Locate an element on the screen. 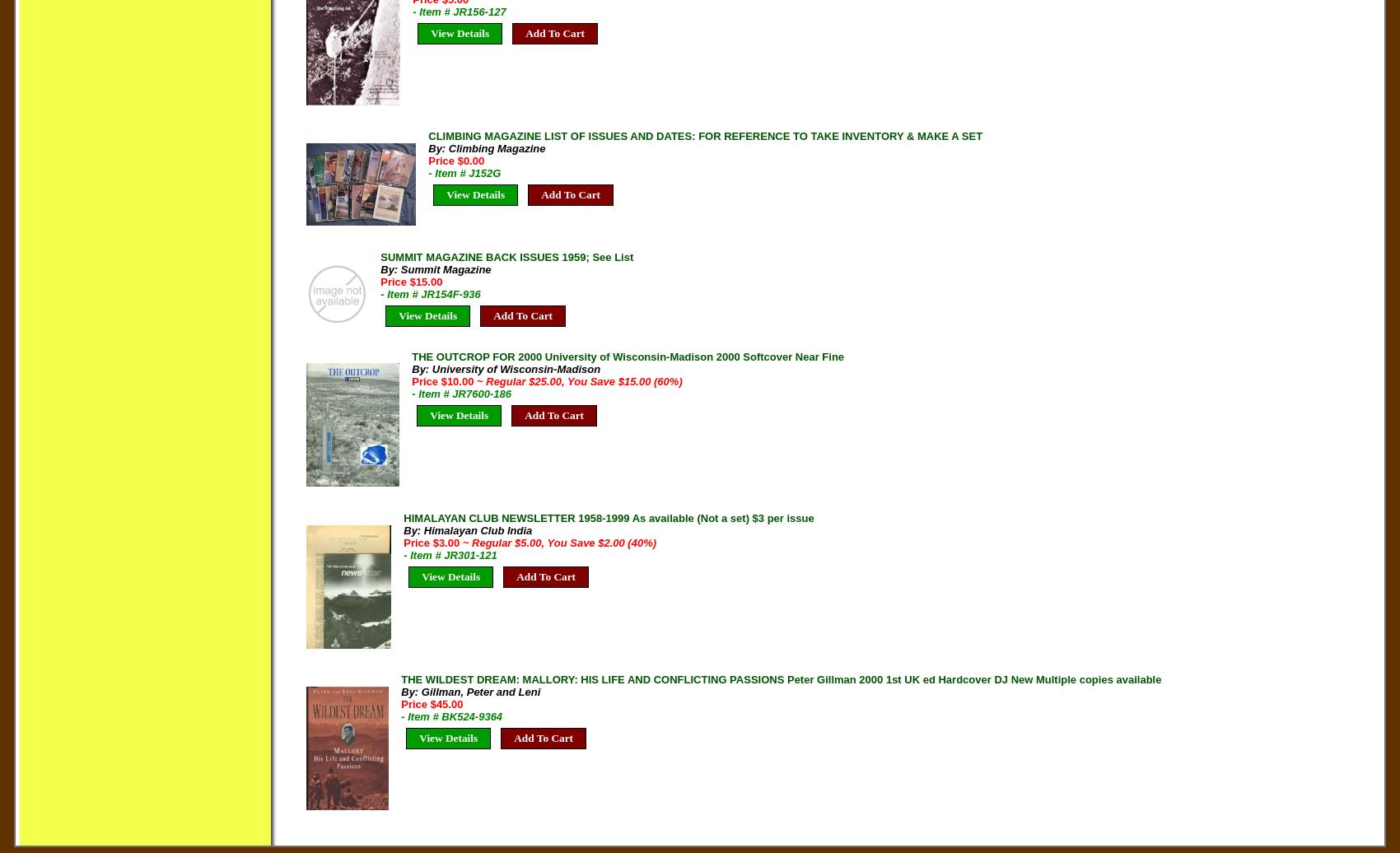 The image size is (1400, 853). '- Item # JR154F-936' is located at coordinates (430, 293).